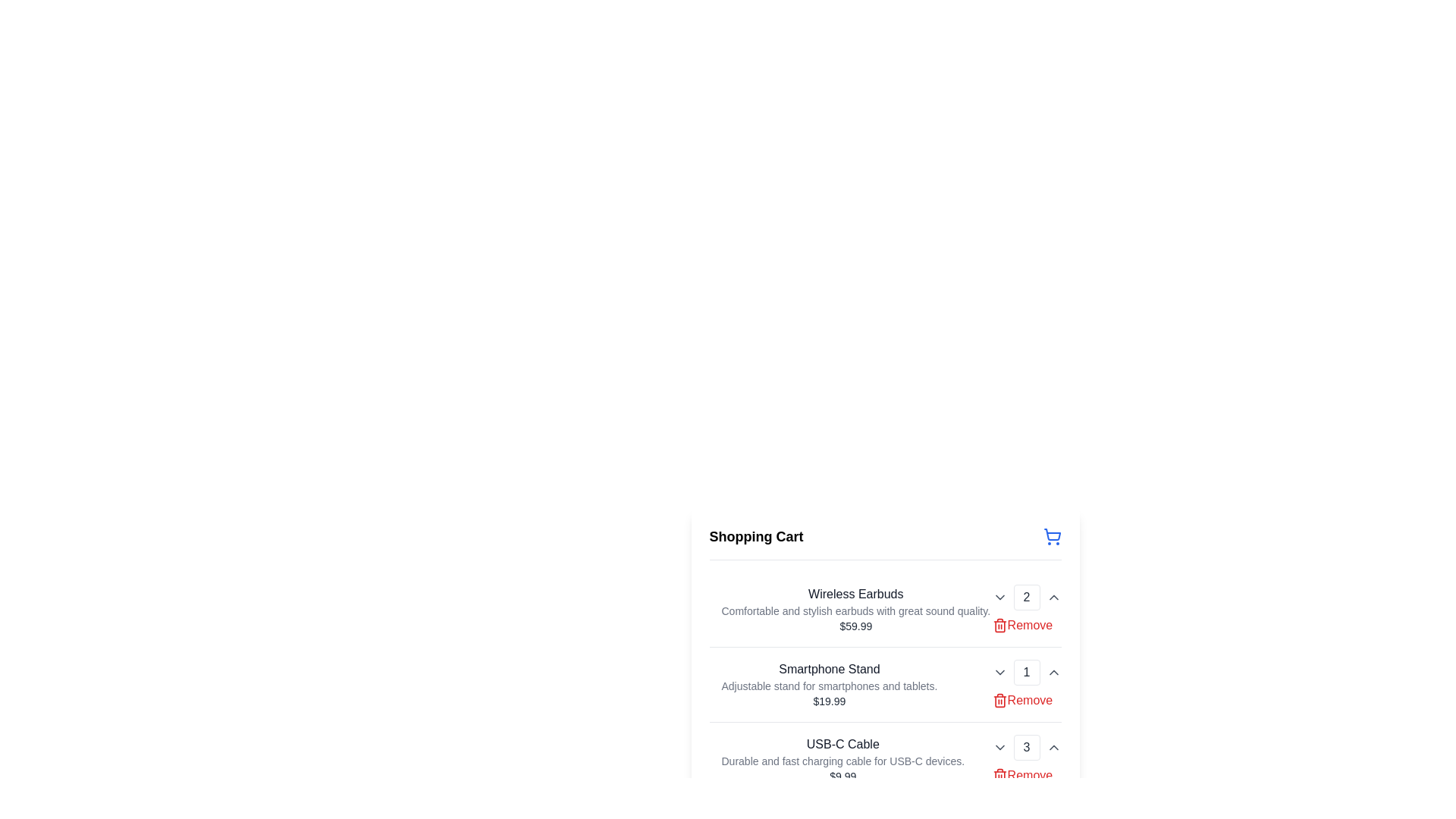 The height and width of the screenshot is (819, 1456). Describe the element at coordinates (829, 684) in the screenshot. I see `the static informational text block displaying the item 'Smartphone Stand' with the description 'Adjustable stand for smartphones and tablets.' and the price '$19.99'` at that location.